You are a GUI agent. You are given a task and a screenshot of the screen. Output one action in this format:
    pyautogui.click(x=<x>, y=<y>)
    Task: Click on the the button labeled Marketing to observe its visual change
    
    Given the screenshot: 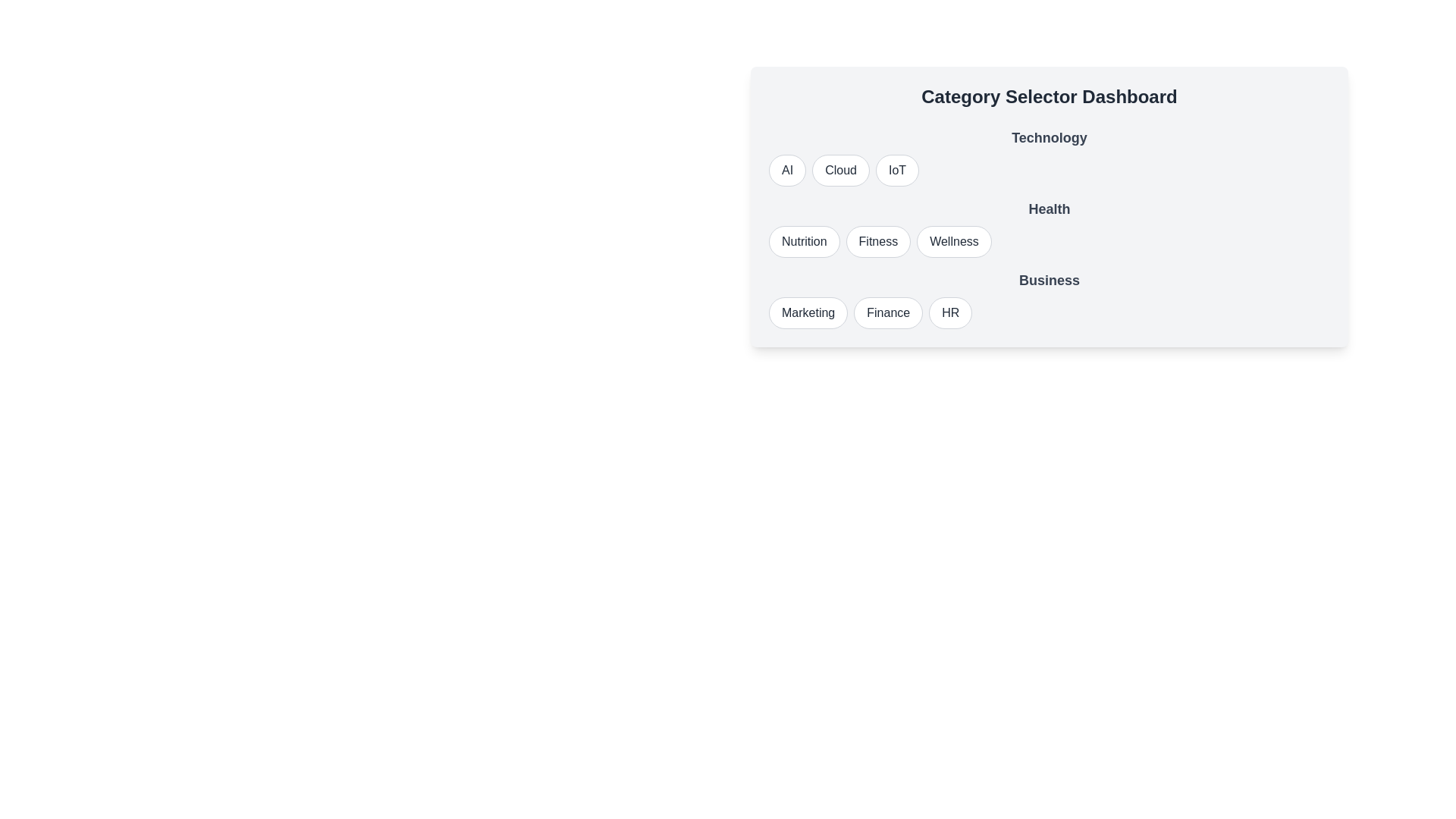 What is the action you would take?
    pyautogui.click(x=807, y=312)
    